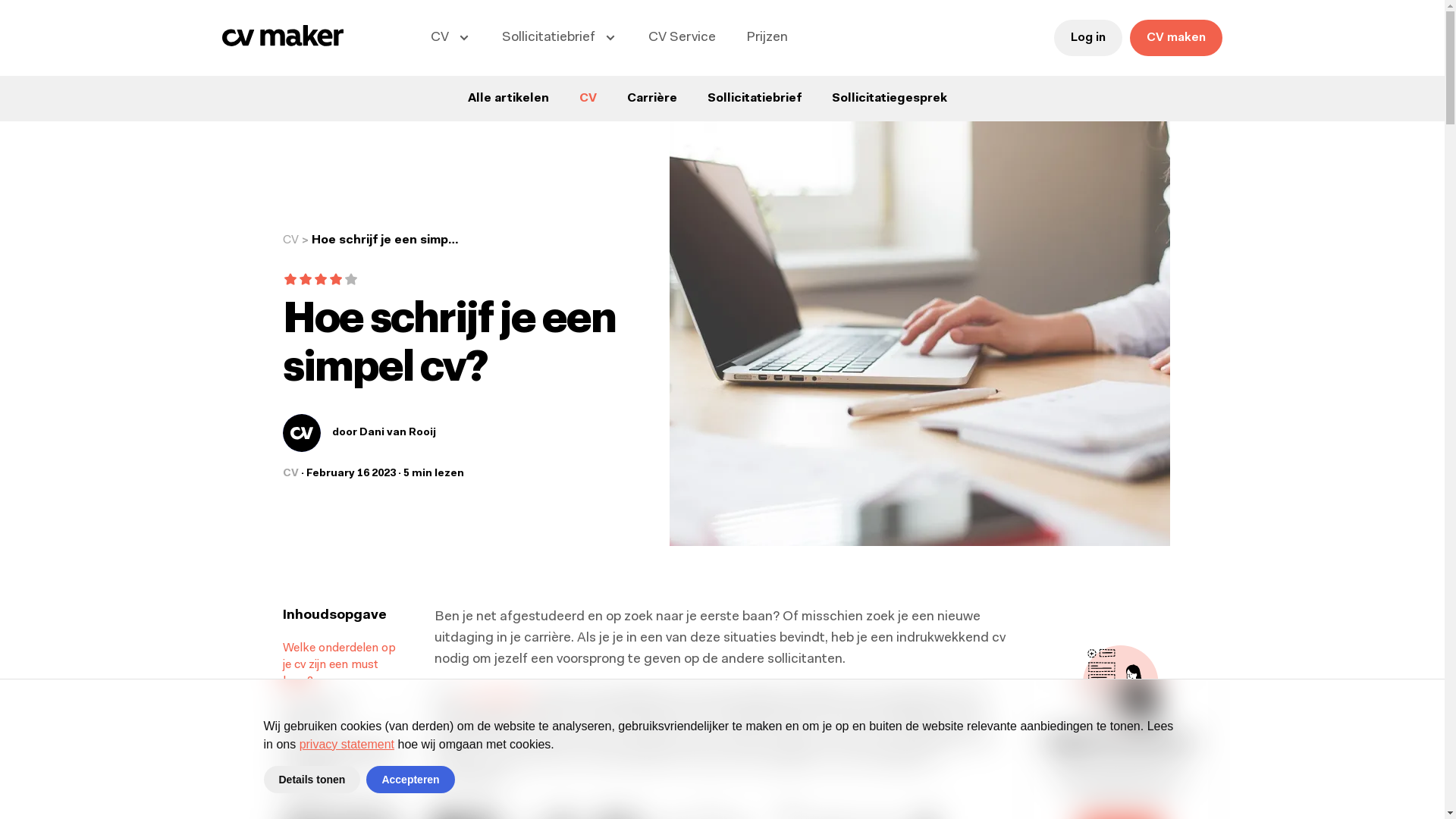 The width and height of the screenshot is (1456, 819). Describe the element at coordinates (410, 780) in the screenshot. I see `'Accepteren'` at that location.